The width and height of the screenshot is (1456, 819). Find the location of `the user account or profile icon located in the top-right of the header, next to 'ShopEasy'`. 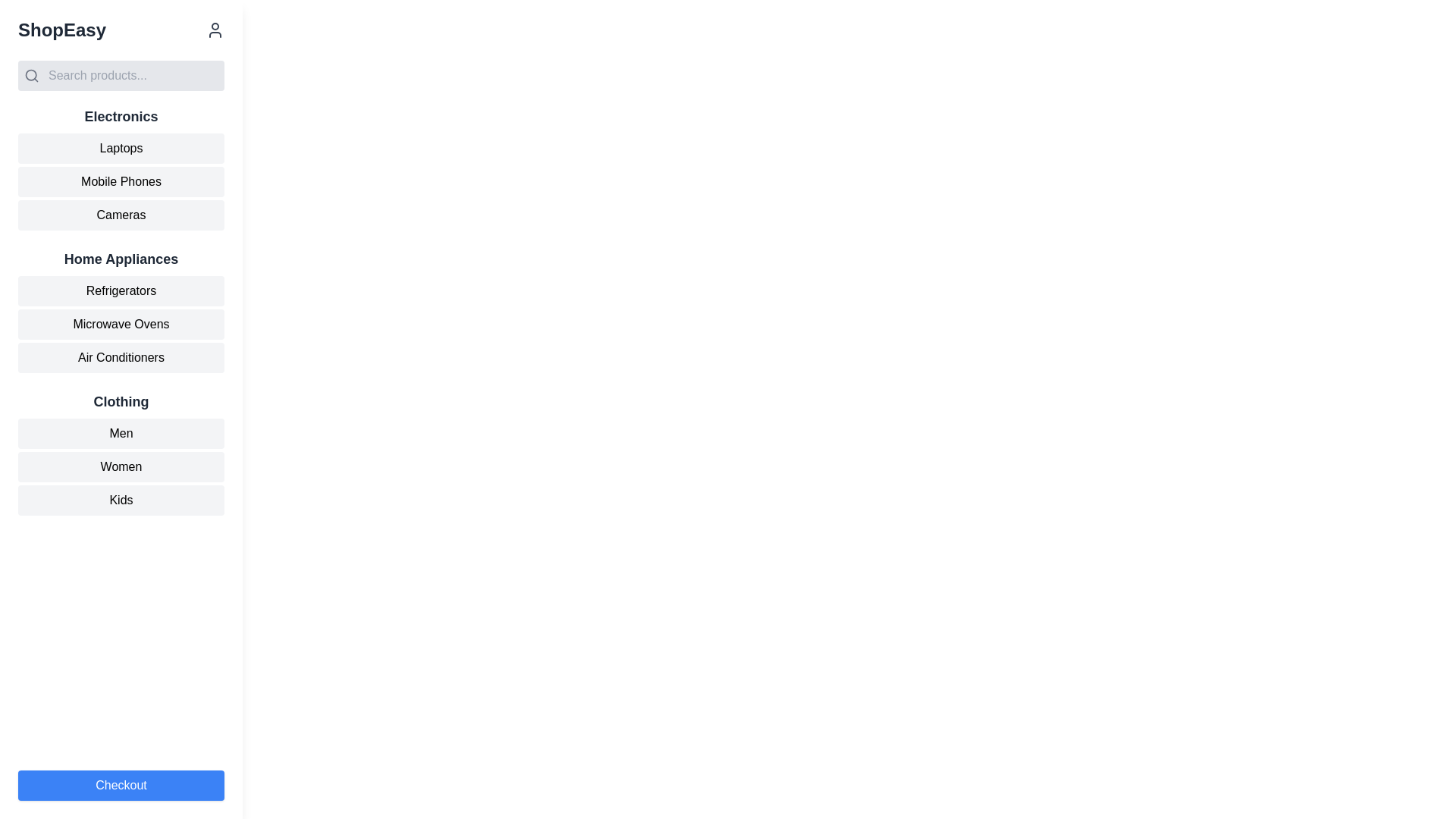

the user account or profile icon located in the top-right of the header, next to 'ShopEasy' is located at coordinates (214, 30).